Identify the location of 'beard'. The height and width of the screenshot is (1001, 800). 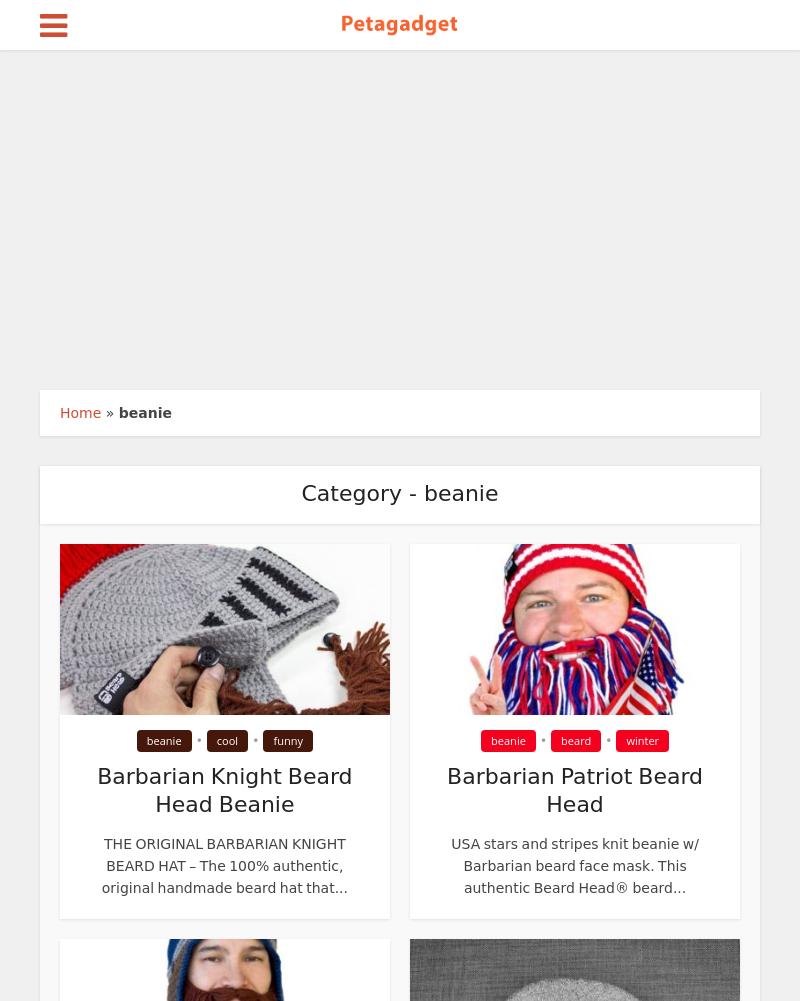
(575, 740).